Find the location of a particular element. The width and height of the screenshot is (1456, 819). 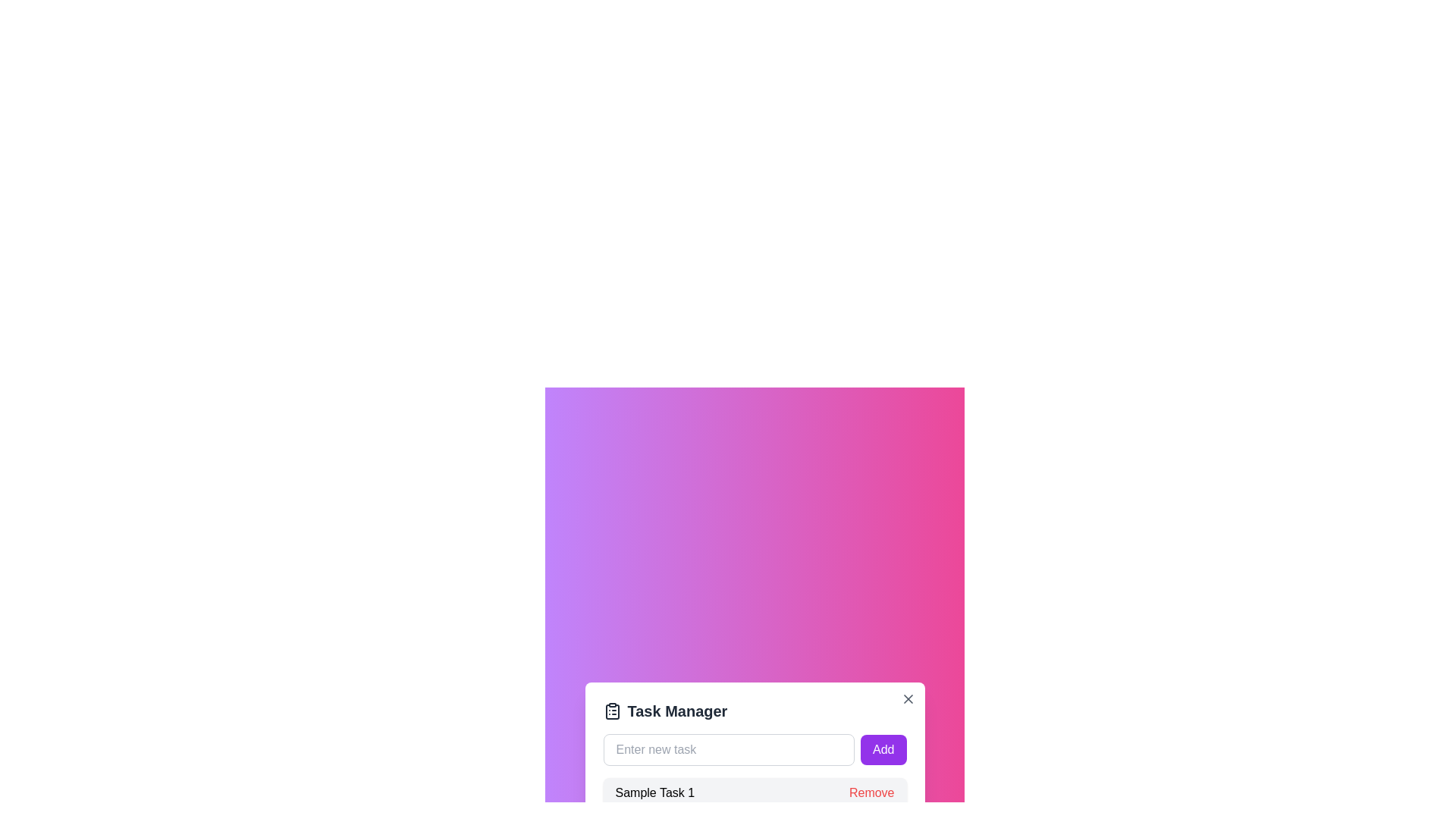

the close Icon button located in the top-right corner of the 'Task Manager' modal to change its color is located at coordinates (908, 698).